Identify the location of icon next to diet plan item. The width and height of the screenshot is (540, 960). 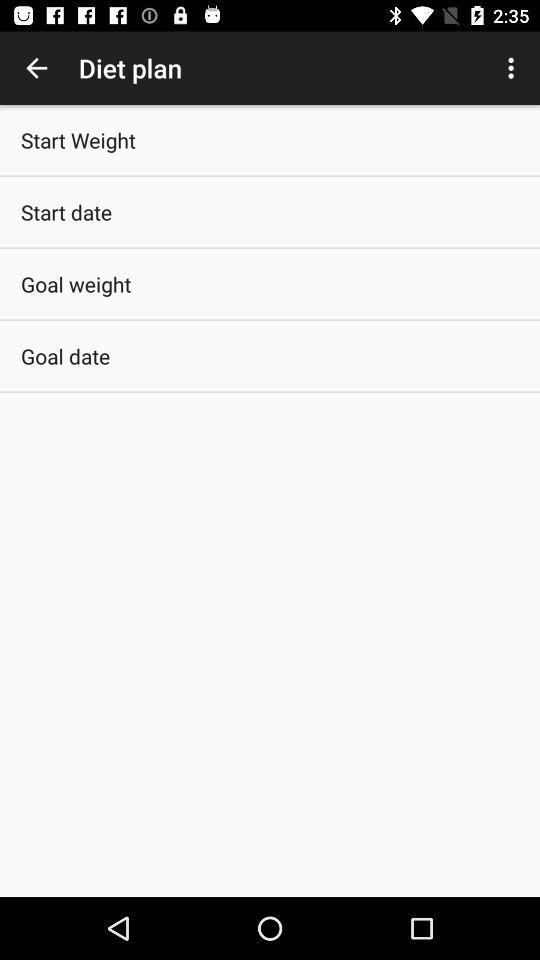
(513, 68).